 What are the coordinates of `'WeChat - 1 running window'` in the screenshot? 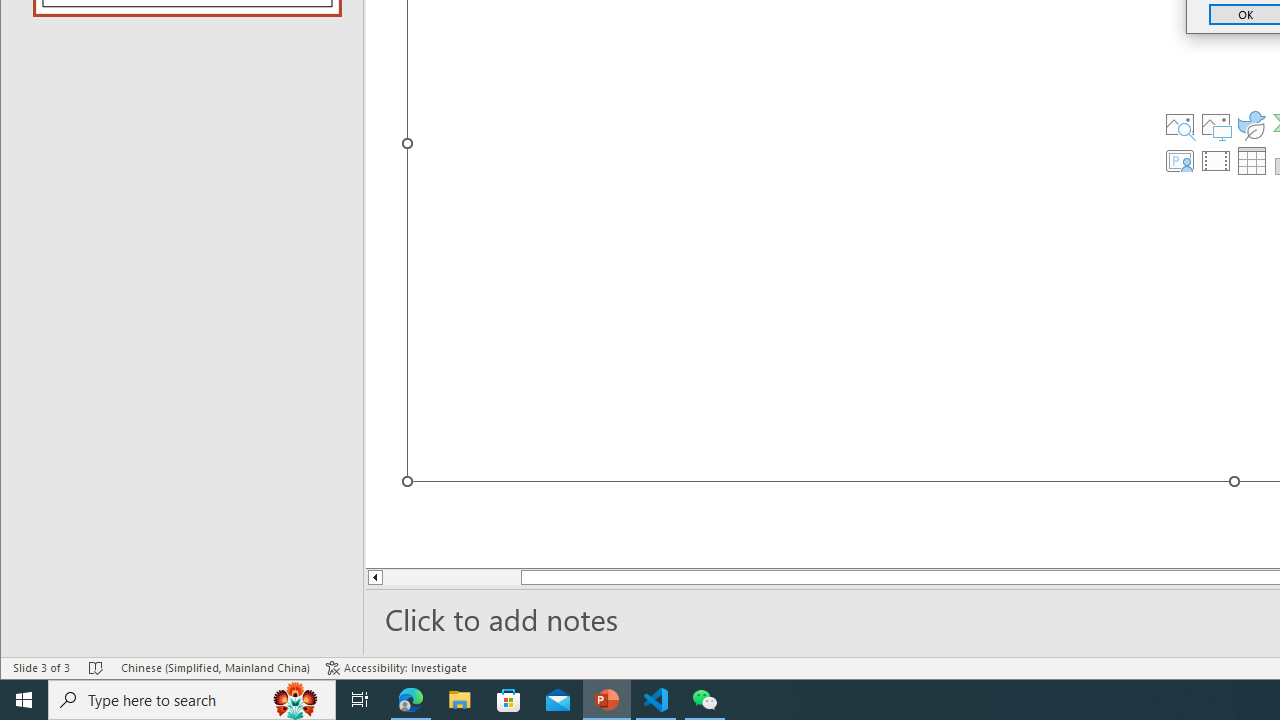 It's located at (705, 698).